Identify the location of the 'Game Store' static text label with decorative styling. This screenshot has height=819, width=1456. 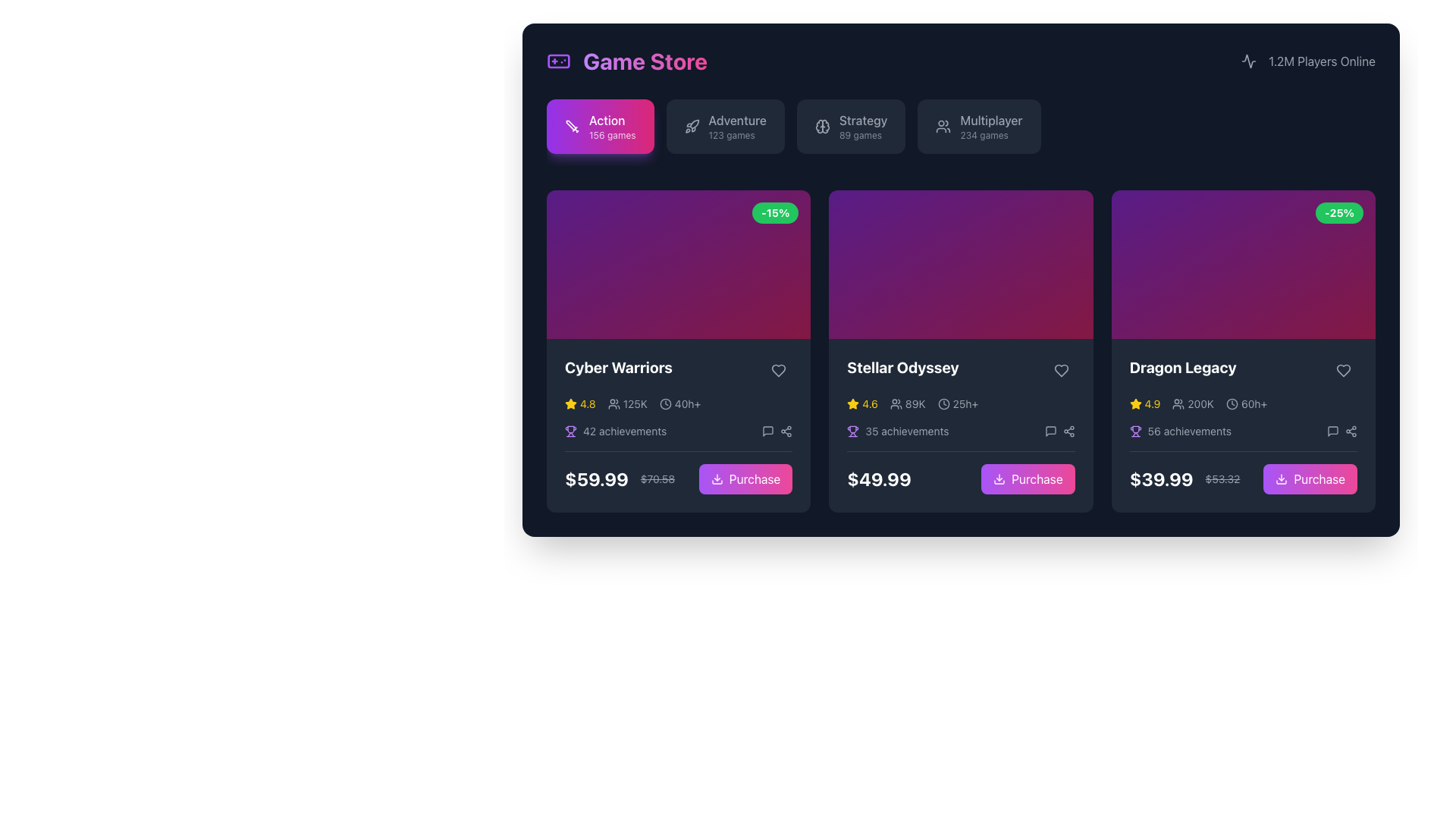
(627, 61).